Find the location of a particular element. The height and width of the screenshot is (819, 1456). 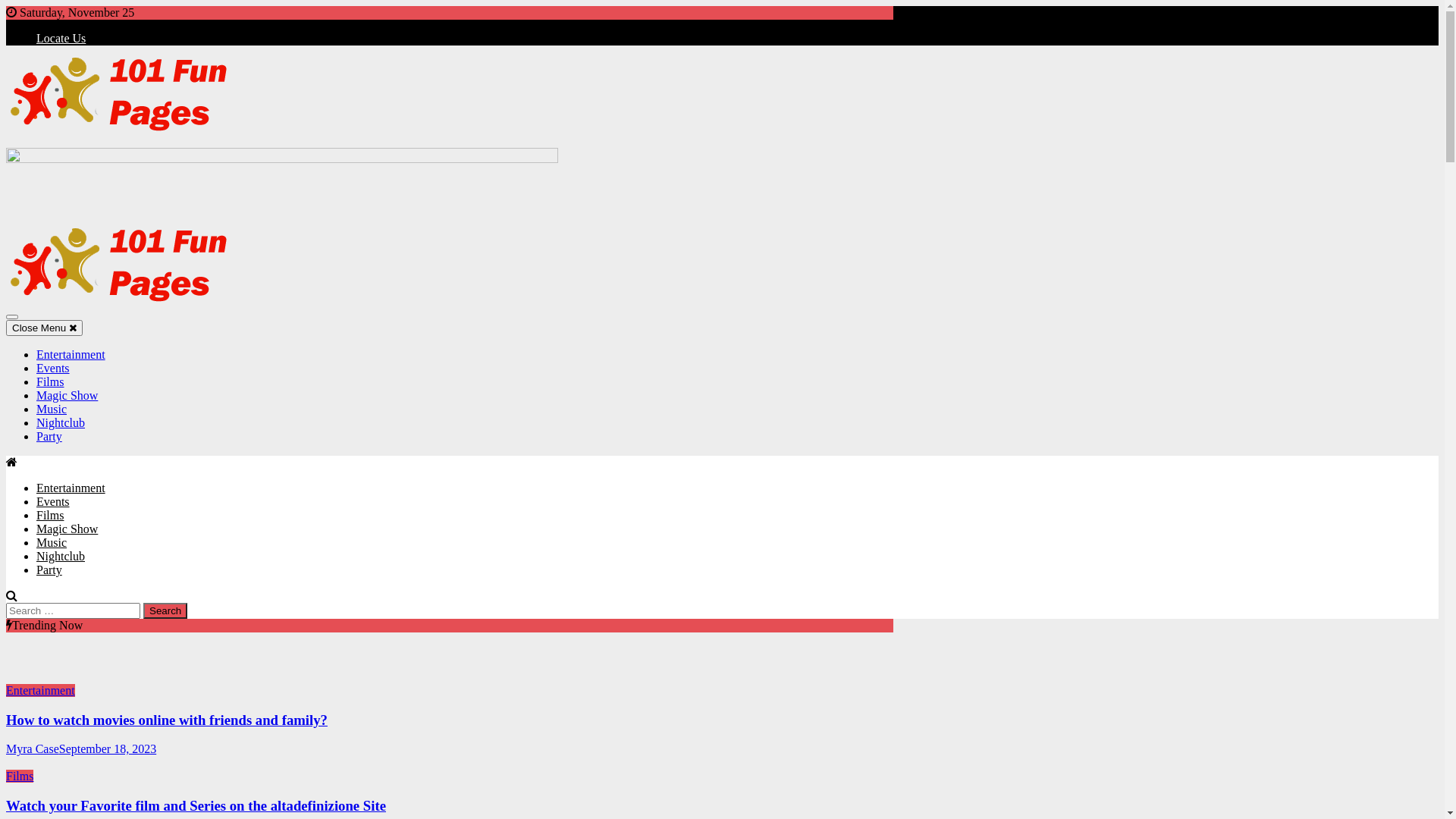

'Entertainment' is located at coordinates (70, 354).